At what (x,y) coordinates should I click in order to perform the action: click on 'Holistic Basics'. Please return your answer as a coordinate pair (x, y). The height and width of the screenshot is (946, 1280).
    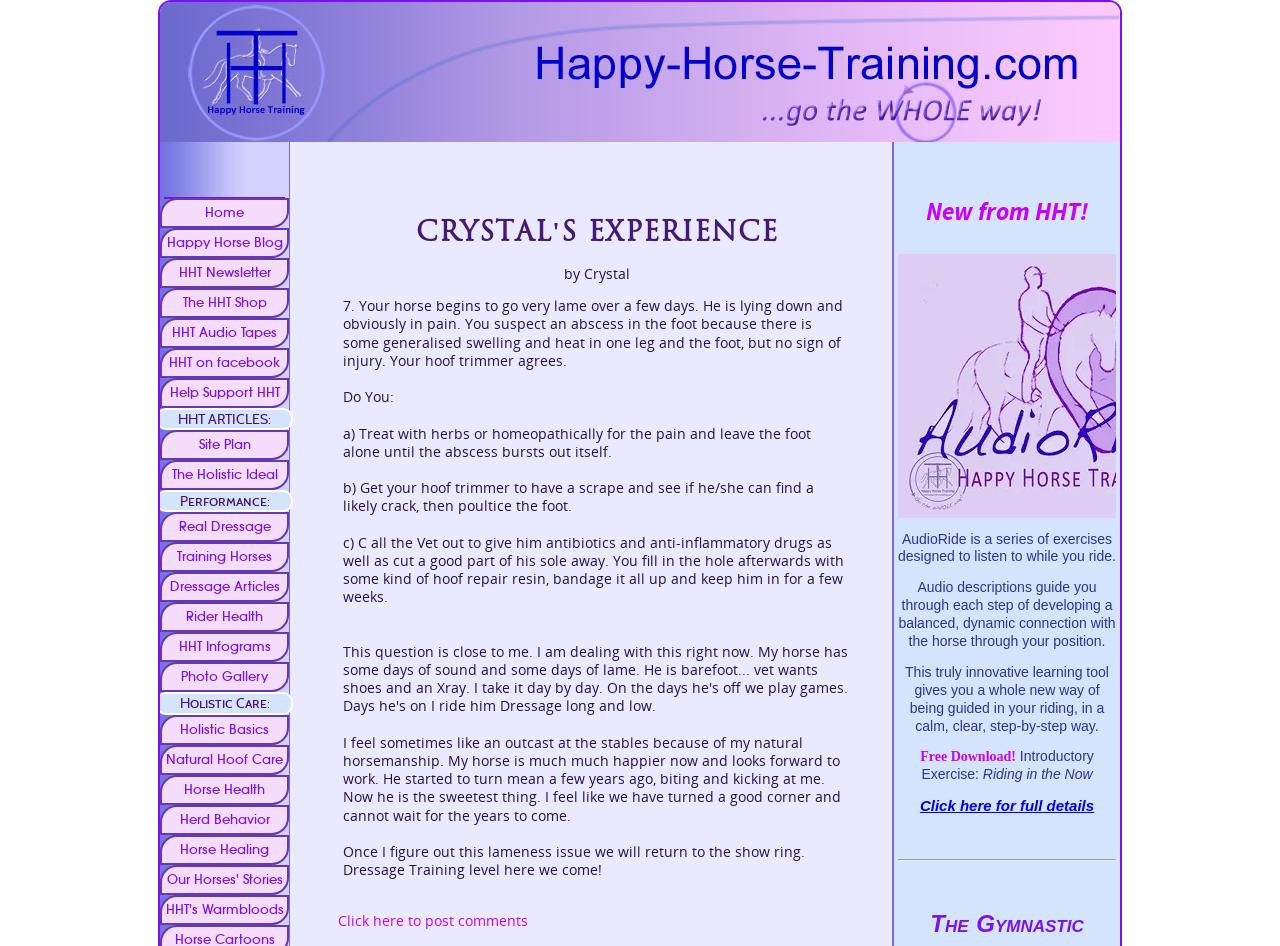
    Looking at the image, I should click on (224, 727).